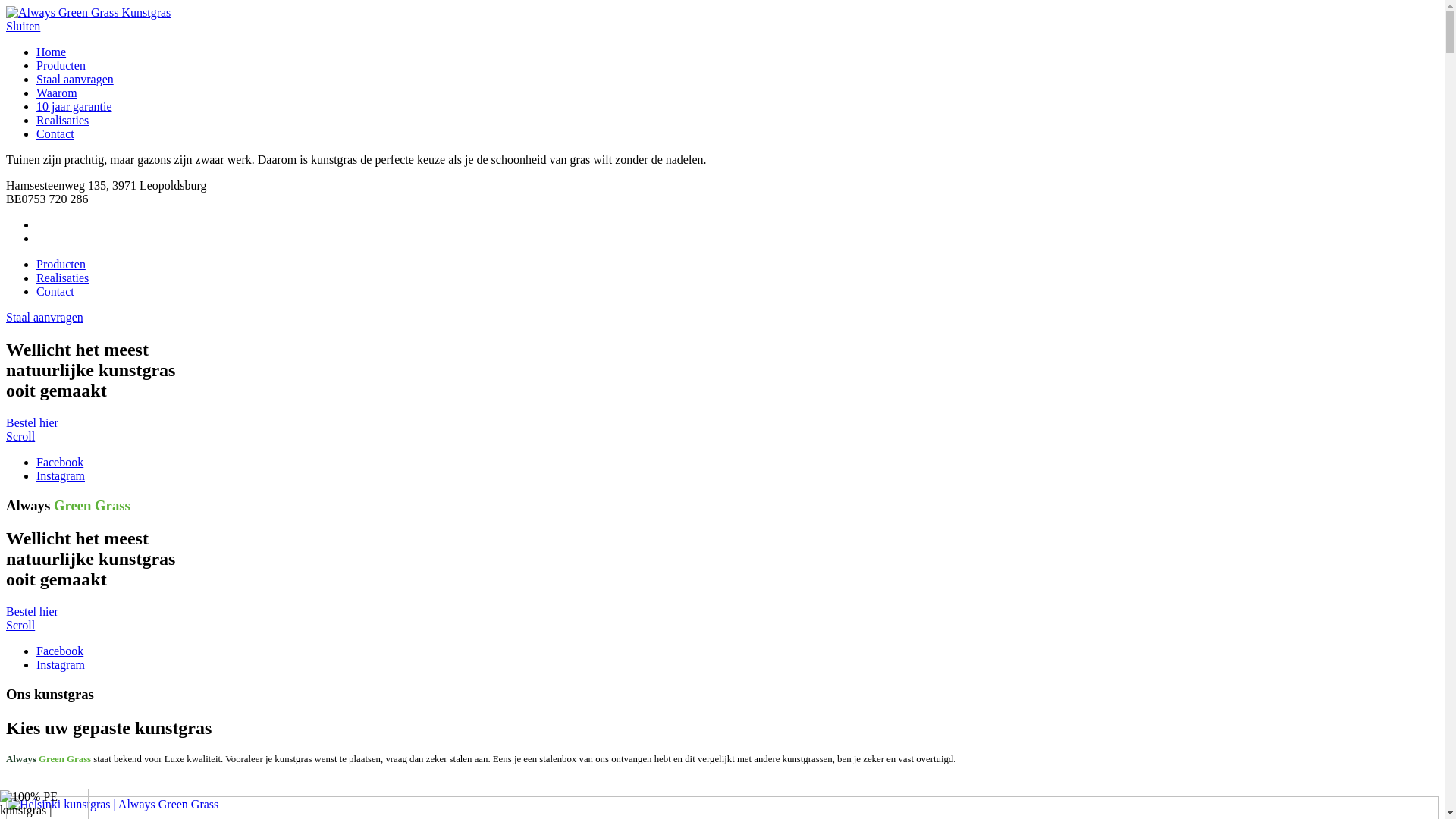 Image resolution: width=1456 pixels, height=819 pixels. I want to click on 'Bestel hier', so click(32, 422).